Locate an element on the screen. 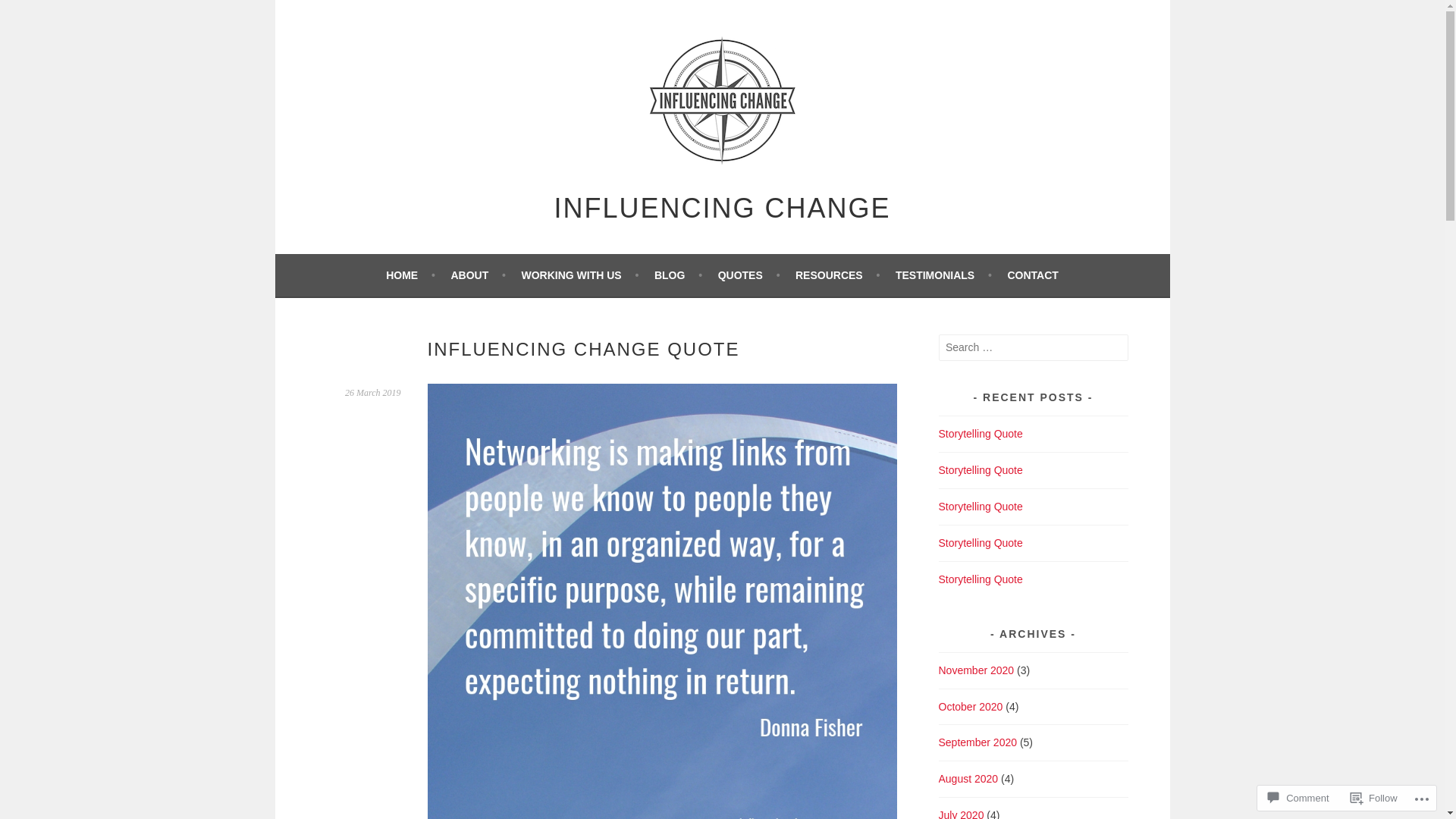  'WORKING WITH US' is located at coordinates (579, 275).